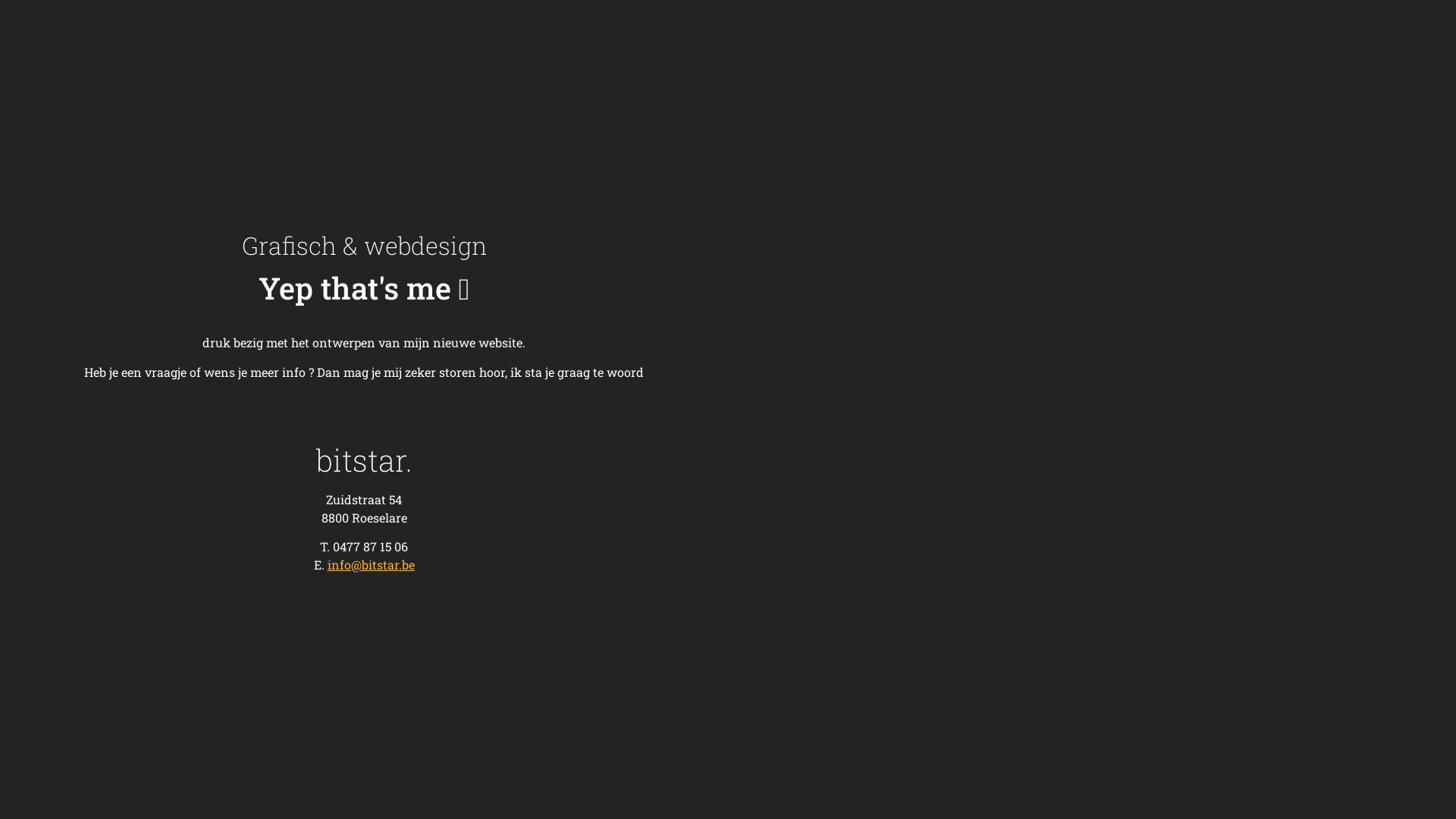  Describe the element at coordinates (327, 564) in the screenshot. I see `'info@bitstar.be'` at that location.